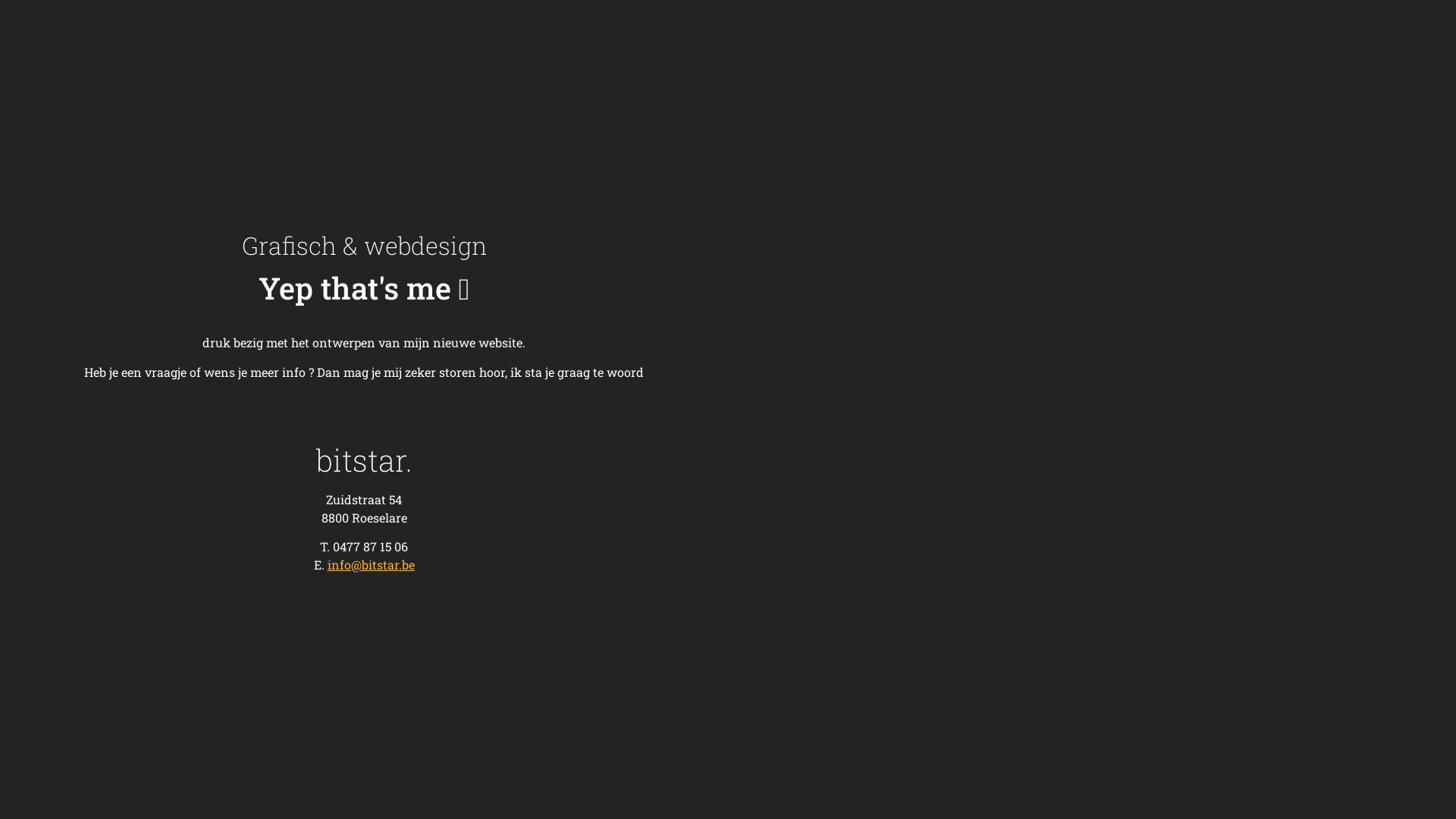  Describe the element at coordinates (327, 564) in the screenshot. I see `'info@bitstar.be'` at that location.